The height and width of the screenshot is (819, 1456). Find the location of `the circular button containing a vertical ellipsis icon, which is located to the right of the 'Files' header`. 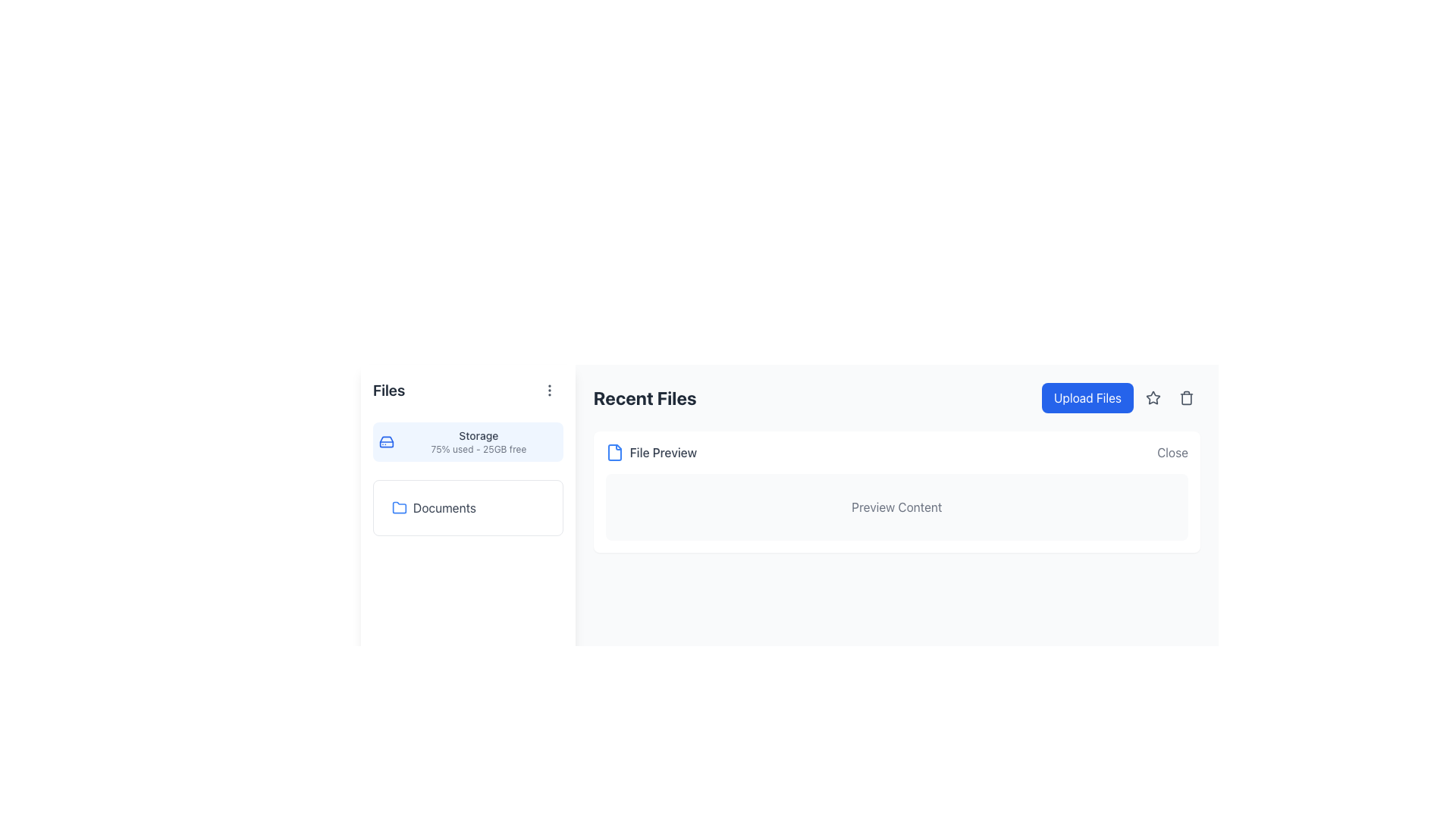

the circular button containing a vertical ellipsis icon, which is located to the right of the 'Files' header is located at coordinates (548, 390).